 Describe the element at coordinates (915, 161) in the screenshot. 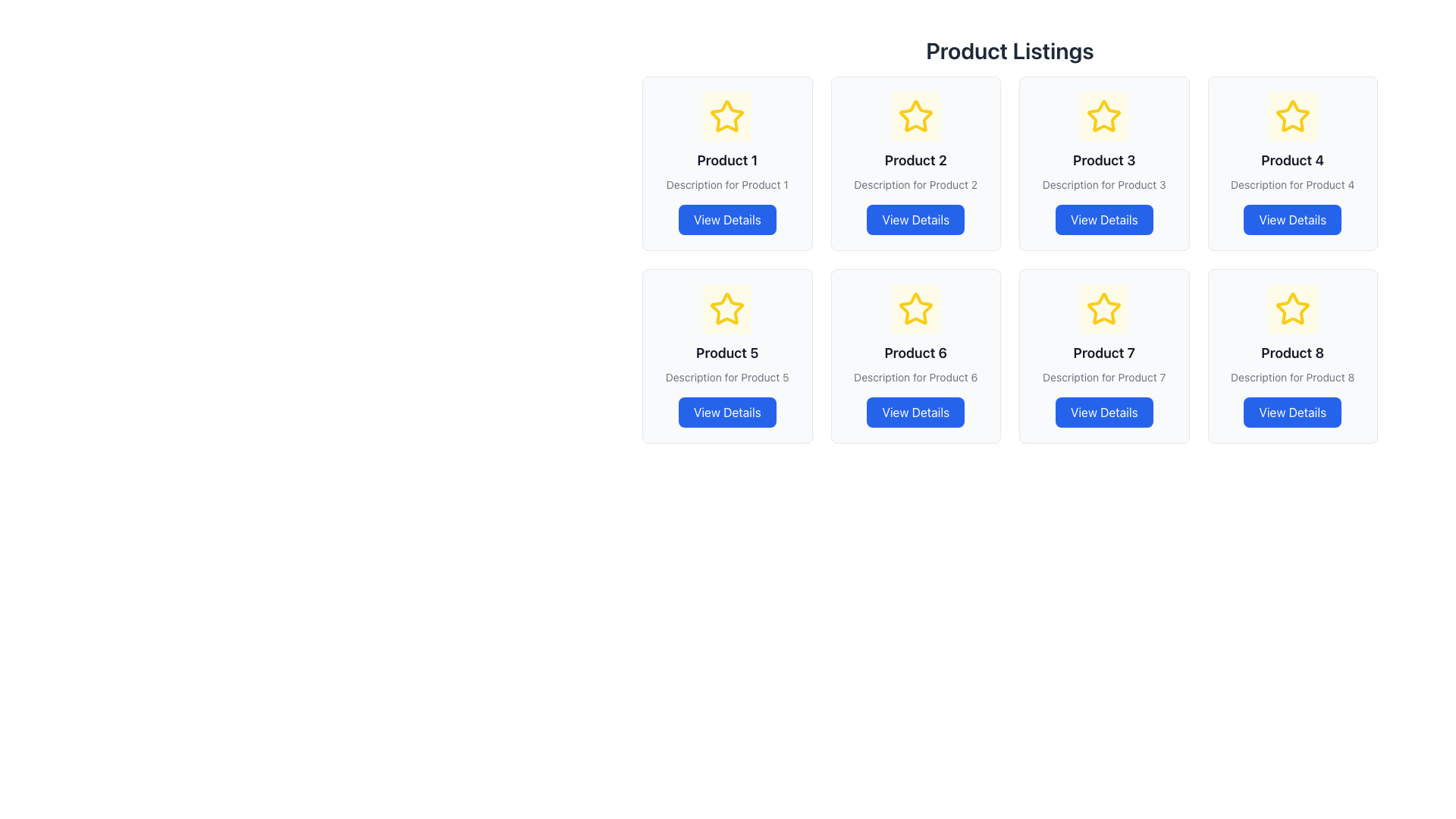

I see `text element displaying 'Product 2' in a bold and large font, styled with dark gray color, located in the second column of the first row of the product card layout` at that location.